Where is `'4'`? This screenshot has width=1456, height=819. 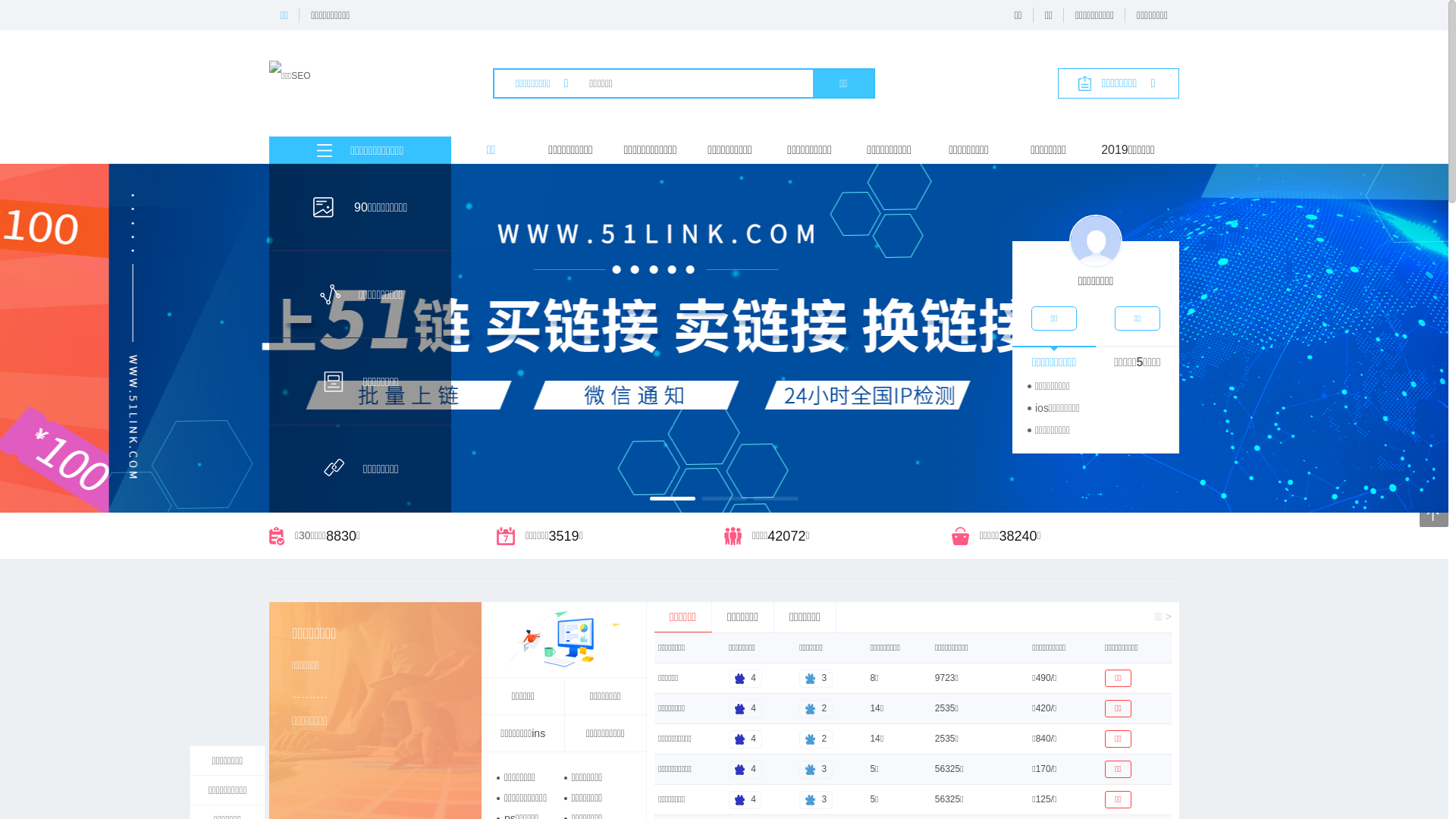 '4' is located at coordinates (745, 708).